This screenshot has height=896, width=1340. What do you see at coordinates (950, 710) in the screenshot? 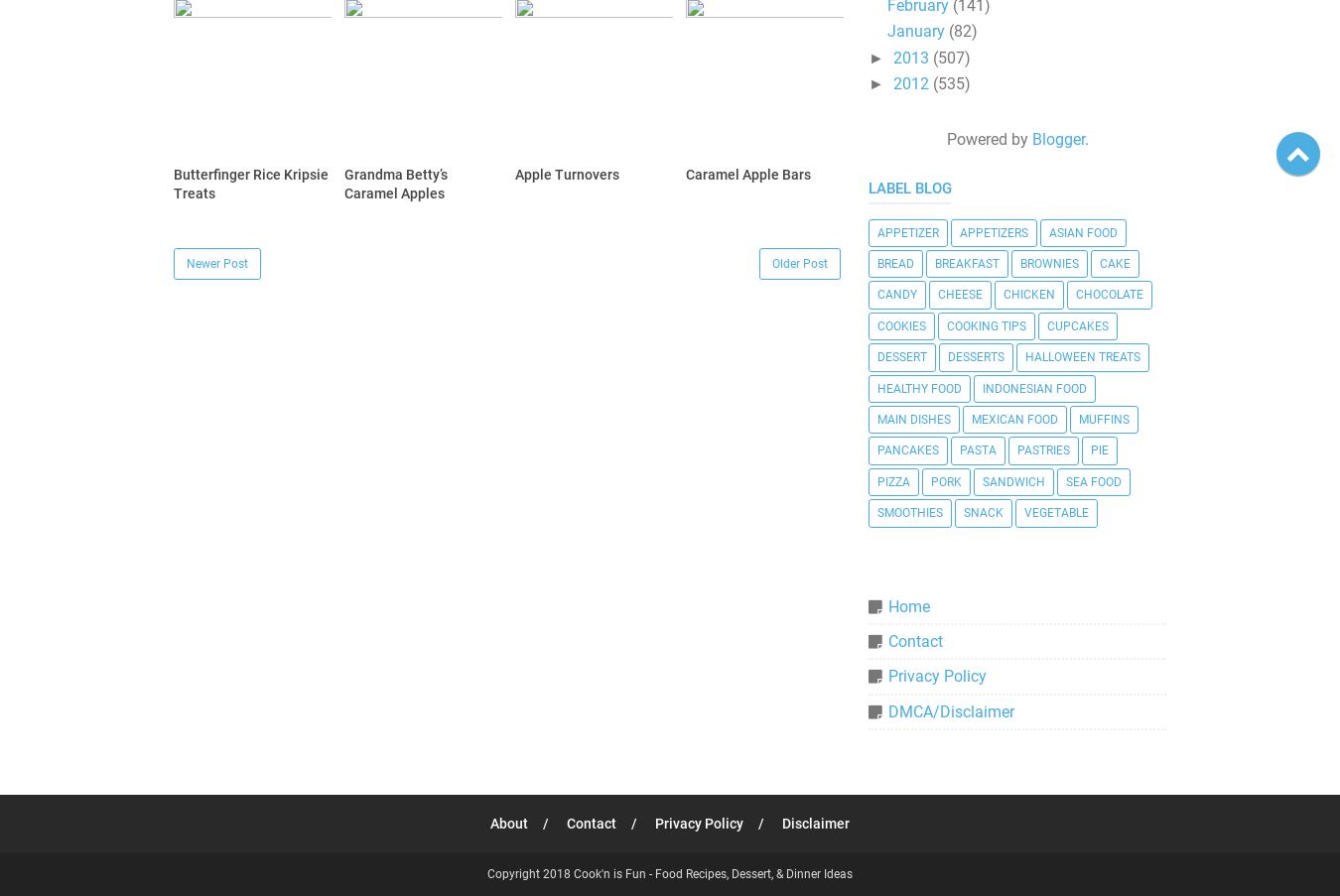
I see `'DMCA/Disclaimer'` at bounding box center [950, 710].